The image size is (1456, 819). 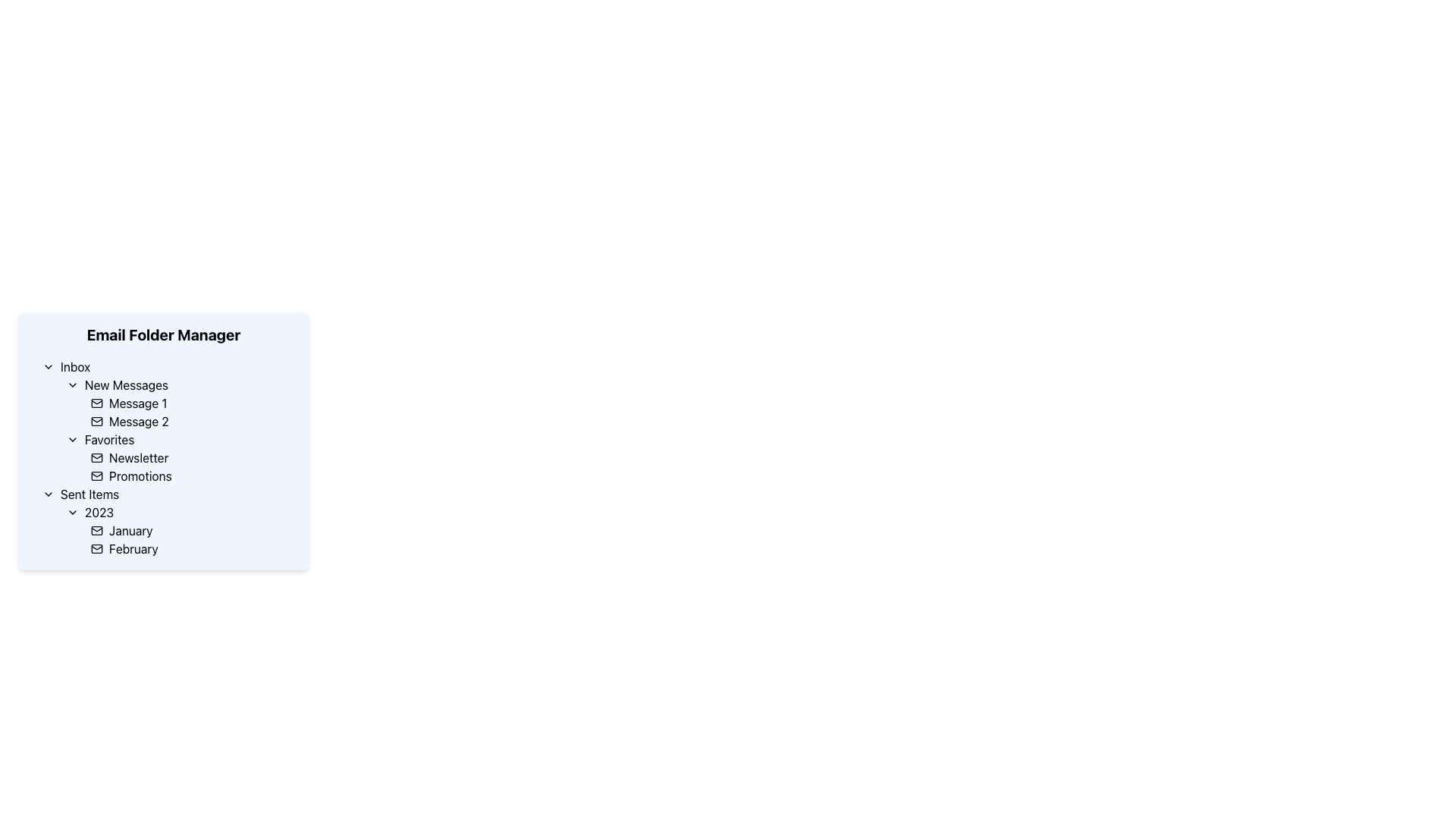 What do you see at coordinates (72, 439) in the screenshot?
I see `the downward pointing chevron toggle icon located to the left of the 'Favorites' text in the email folder manager UI` at bounding box center [72, 439].